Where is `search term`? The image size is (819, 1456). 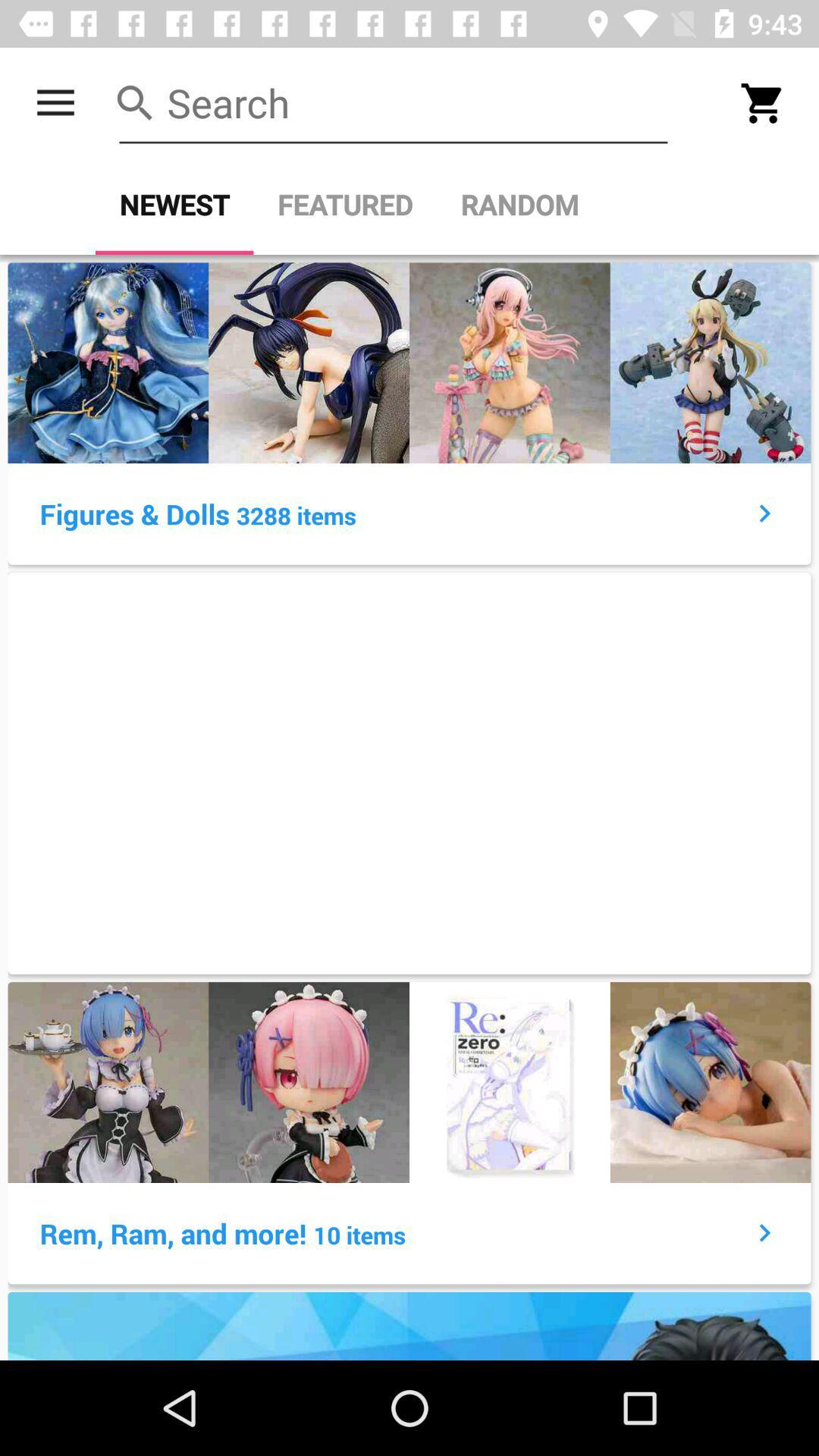
search term is located at coordinates (393, 102).